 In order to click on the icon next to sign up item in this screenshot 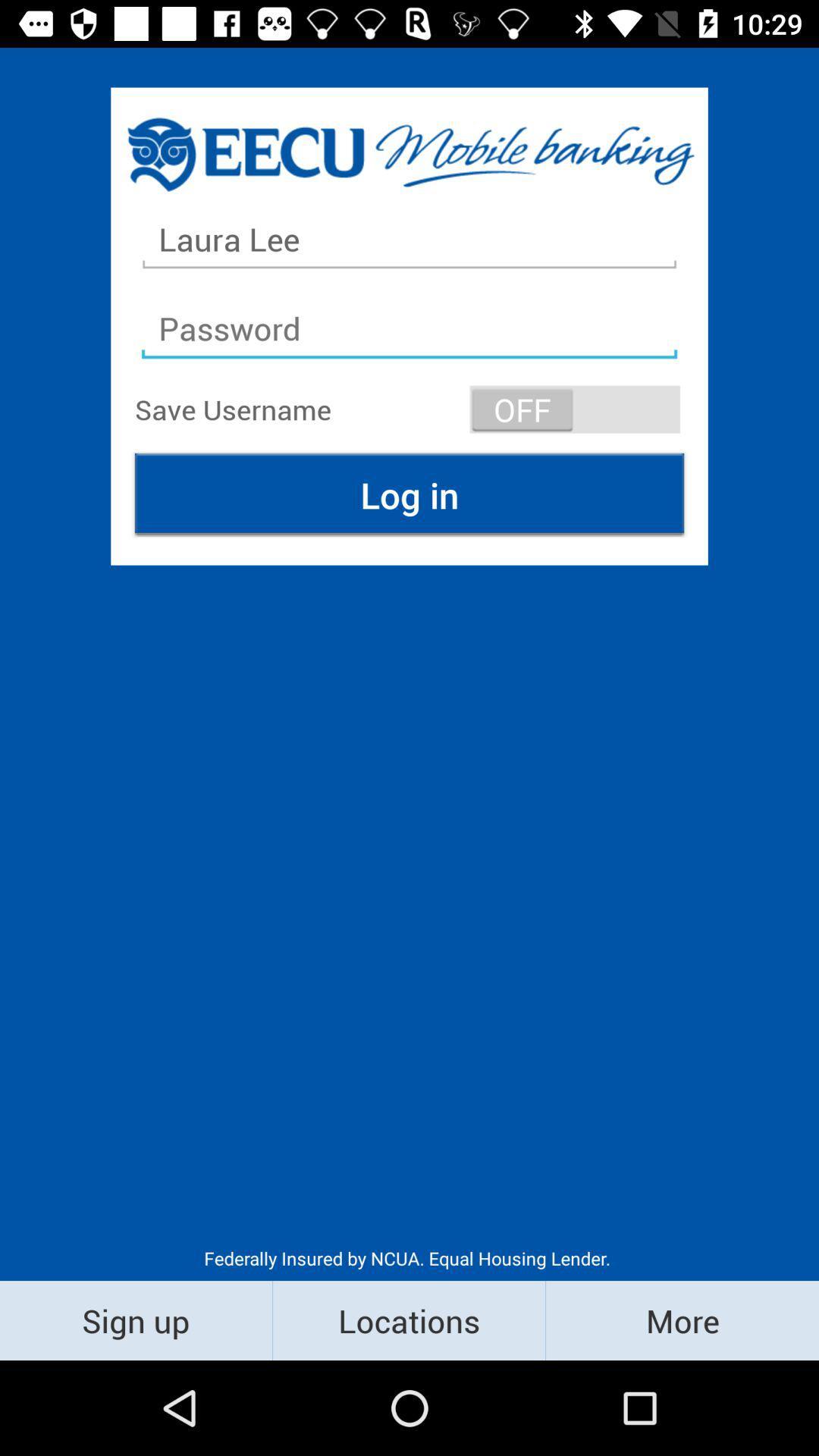, I will do `click(408, 1319)`.